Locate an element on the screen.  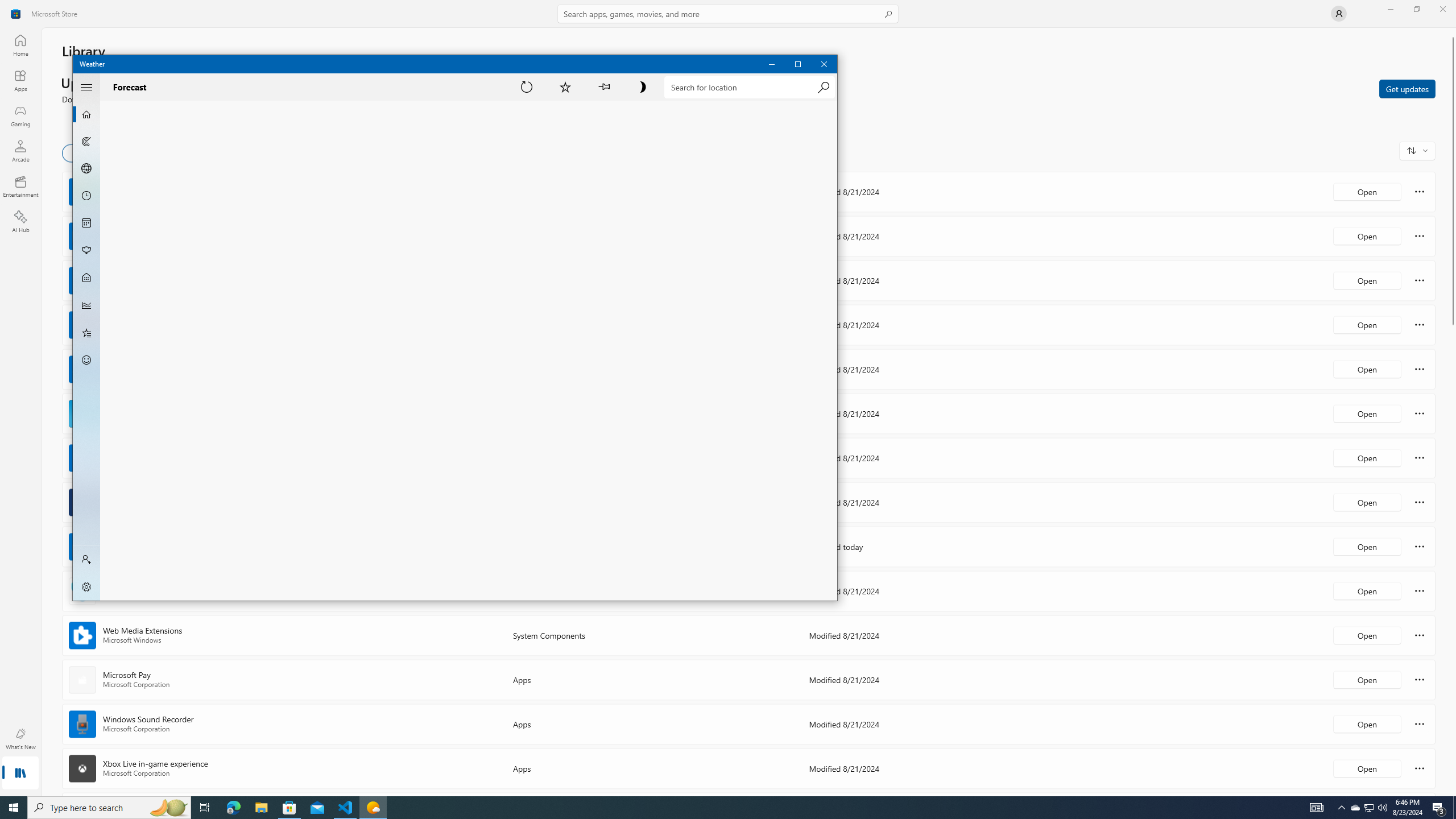
'Action Center, 3 new notifications' is located at coordinates (1368, 806).